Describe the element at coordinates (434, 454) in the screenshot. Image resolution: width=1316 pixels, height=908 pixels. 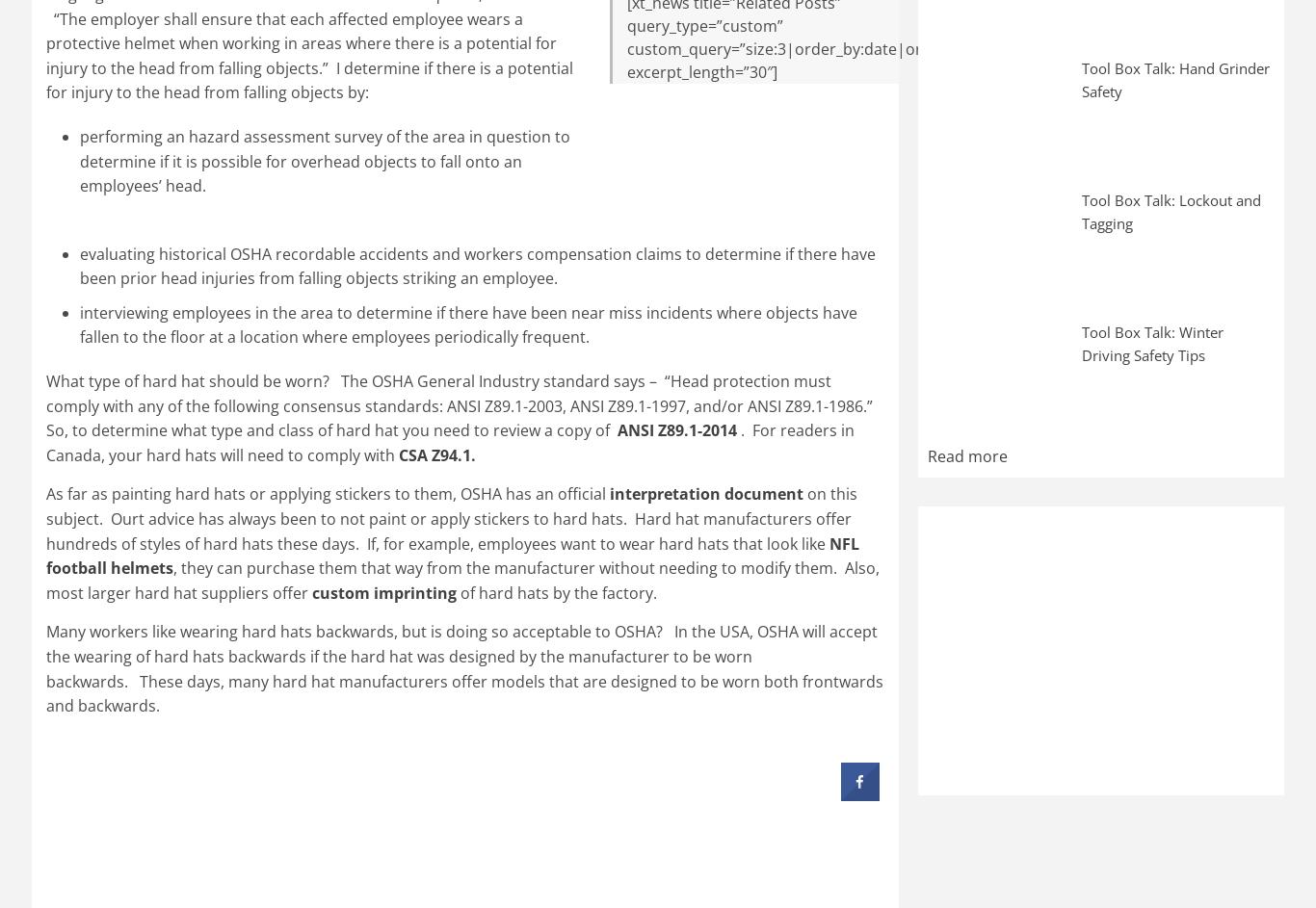
I see `'CSA Z94.1'` at that location.